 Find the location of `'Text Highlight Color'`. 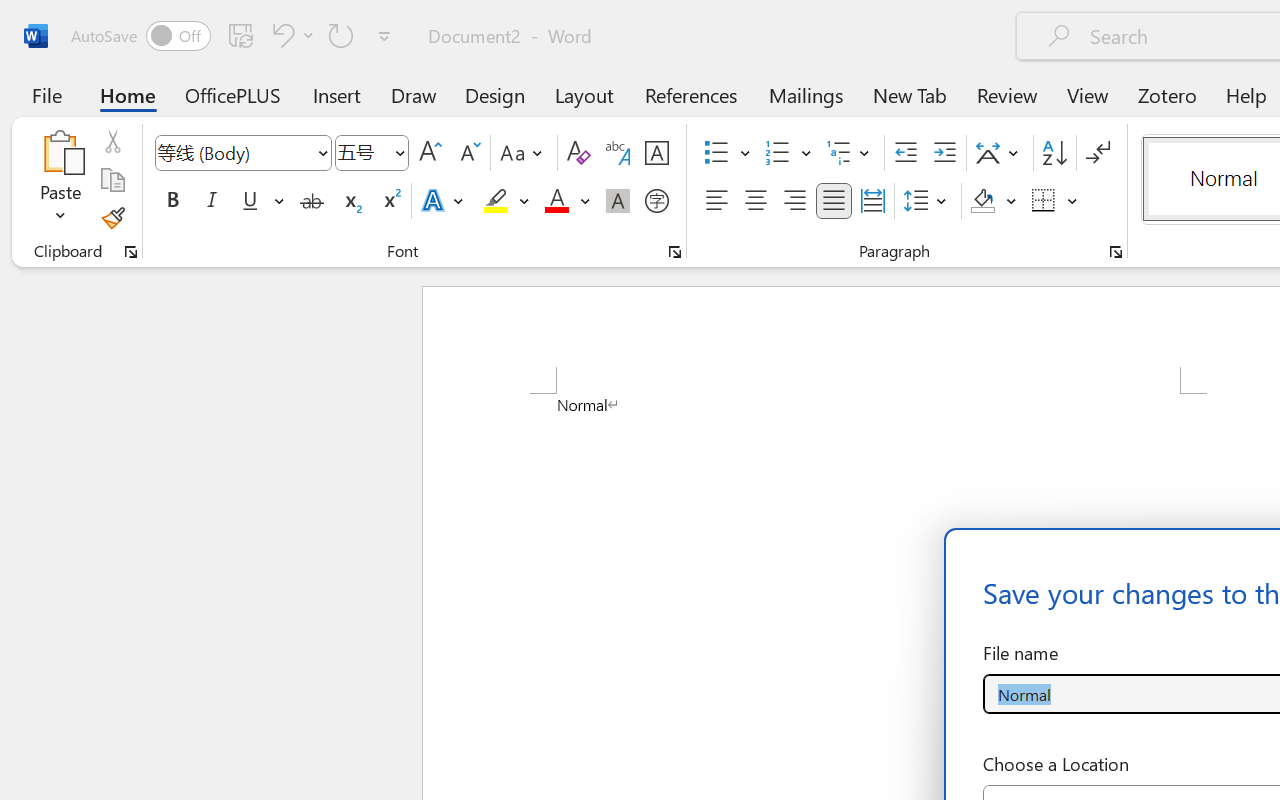

'Text Highlight Color' is located at coordinates (506, 201).